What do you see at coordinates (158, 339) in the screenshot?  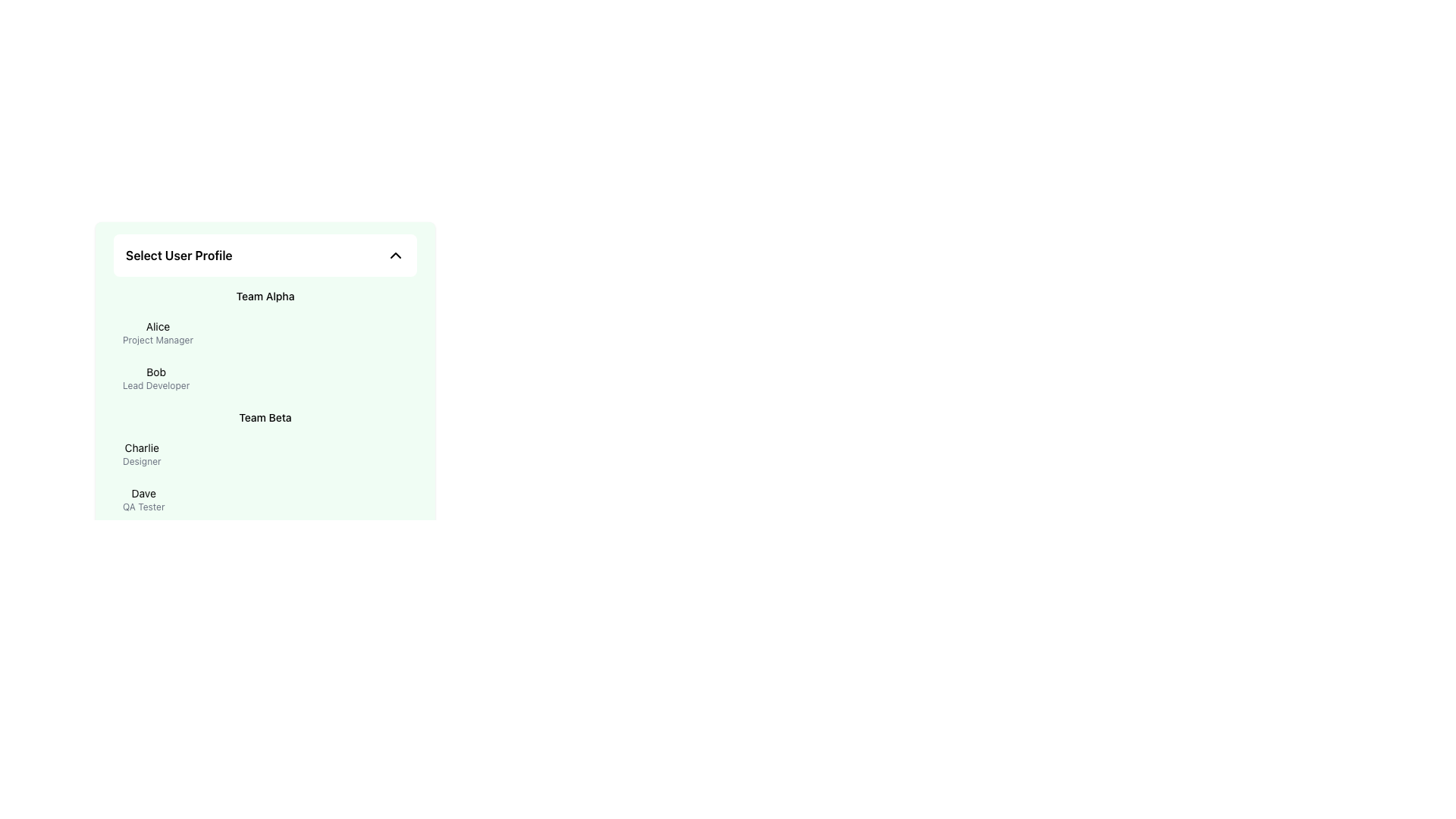 I see `the informational text label indicating the job title of user 'Alice' located under the name 'Alice' in the 'Team Alpha' section of the user profile selection interface` at bounding box center [158, 339].